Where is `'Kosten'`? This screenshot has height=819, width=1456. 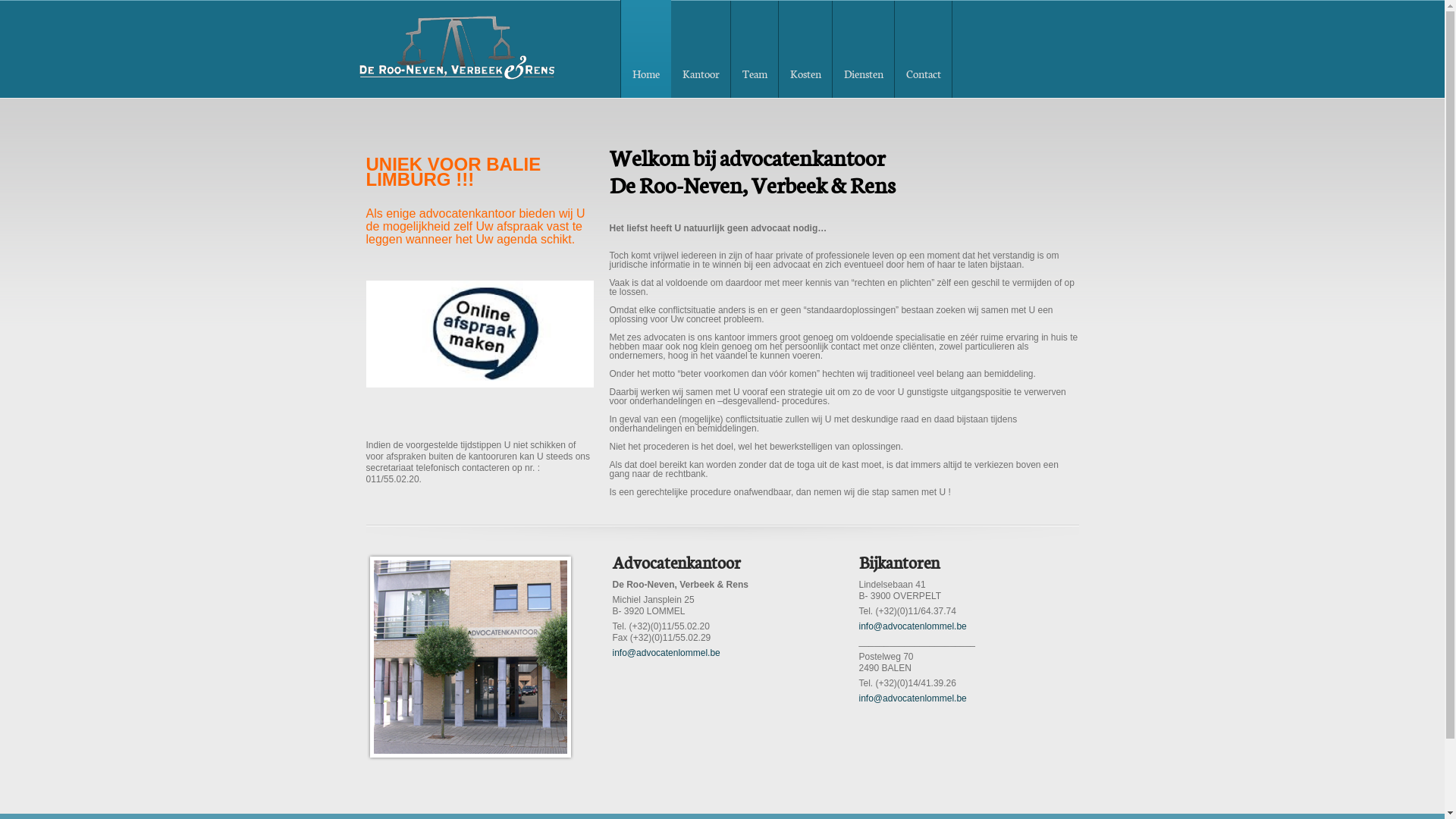 'Kosten' is located at coordinates (778, 48).